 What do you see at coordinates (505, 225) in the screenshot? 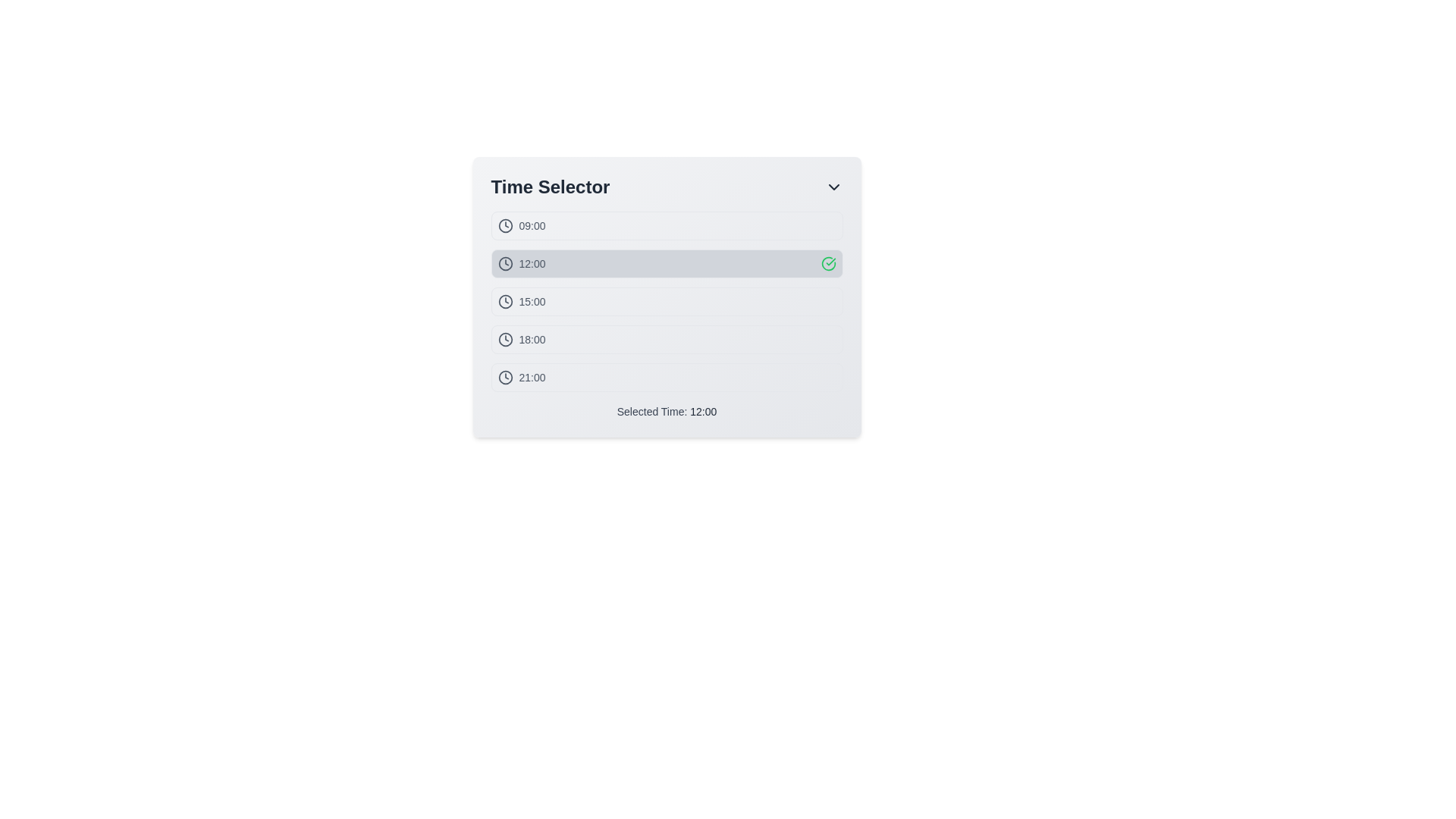
I see `the clock icon that visually represents the time option '09:00', located to the left of the text '09:00' in the time selection interface` at bounding box center [505, 225].